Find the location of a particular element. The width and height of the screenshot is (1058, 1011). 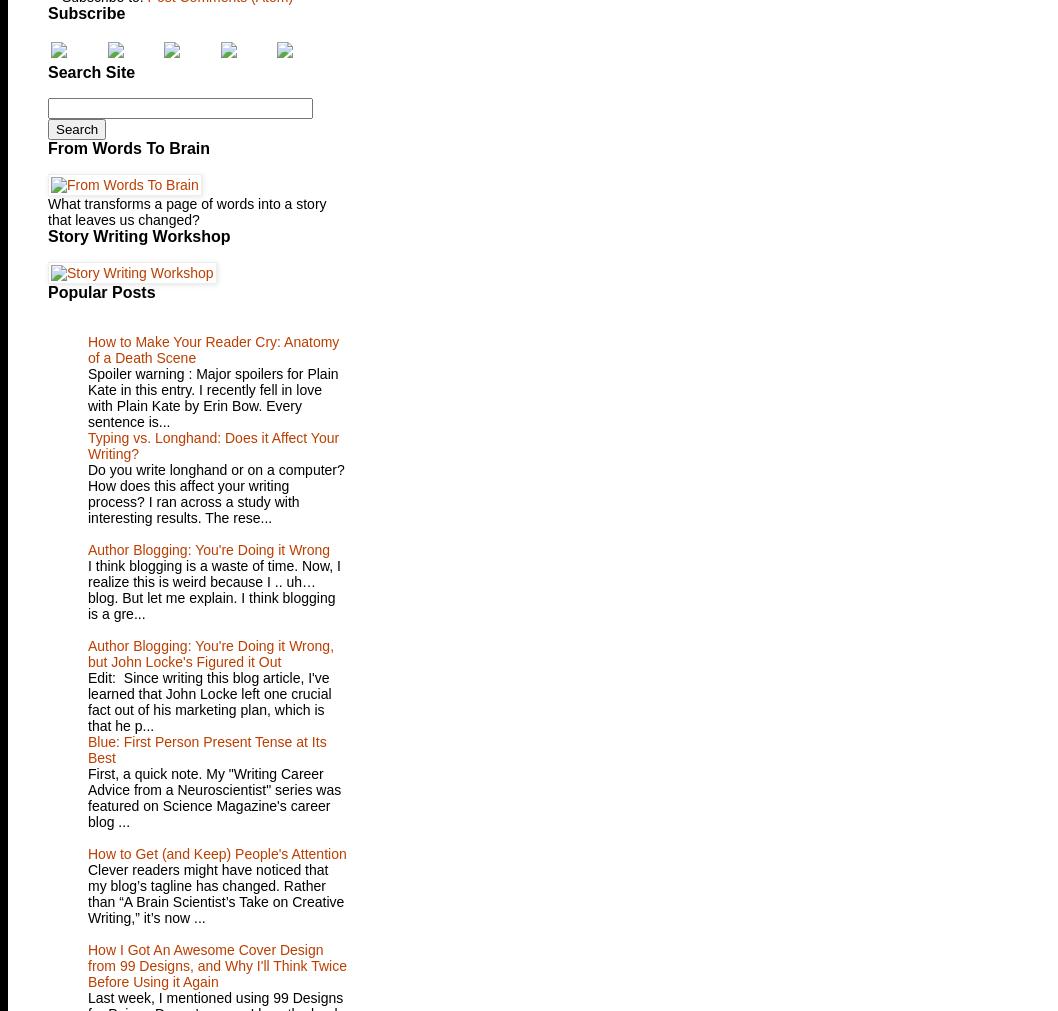

'Popular Posts' is located at coordinates (48, 292).